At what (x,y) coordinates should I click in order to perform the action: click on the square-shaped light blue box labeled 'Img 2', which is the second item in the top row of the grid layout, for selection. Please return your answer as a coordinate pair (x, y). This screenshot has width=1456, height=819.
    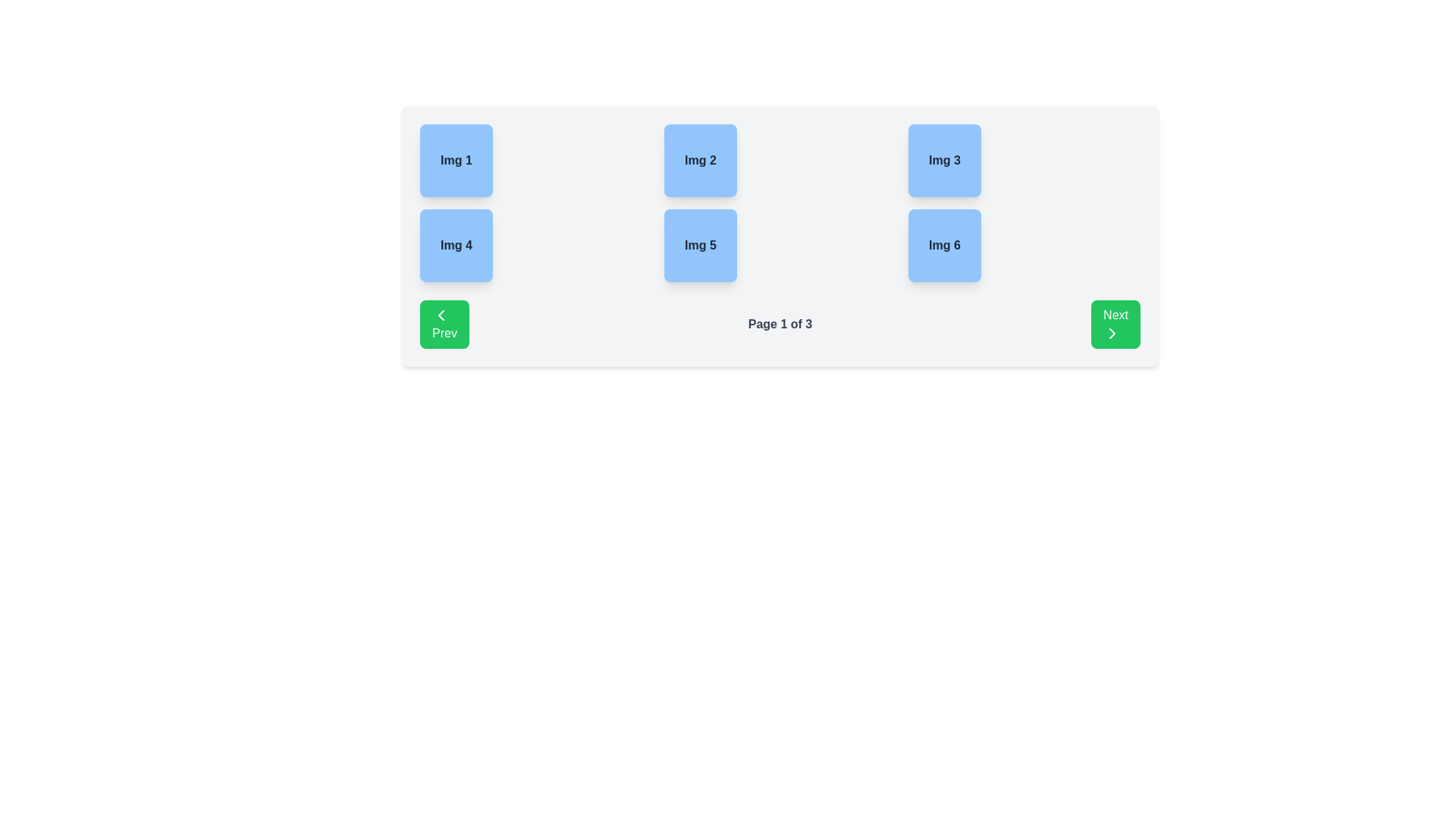
    Looking at the image, I should click on (700, 161).